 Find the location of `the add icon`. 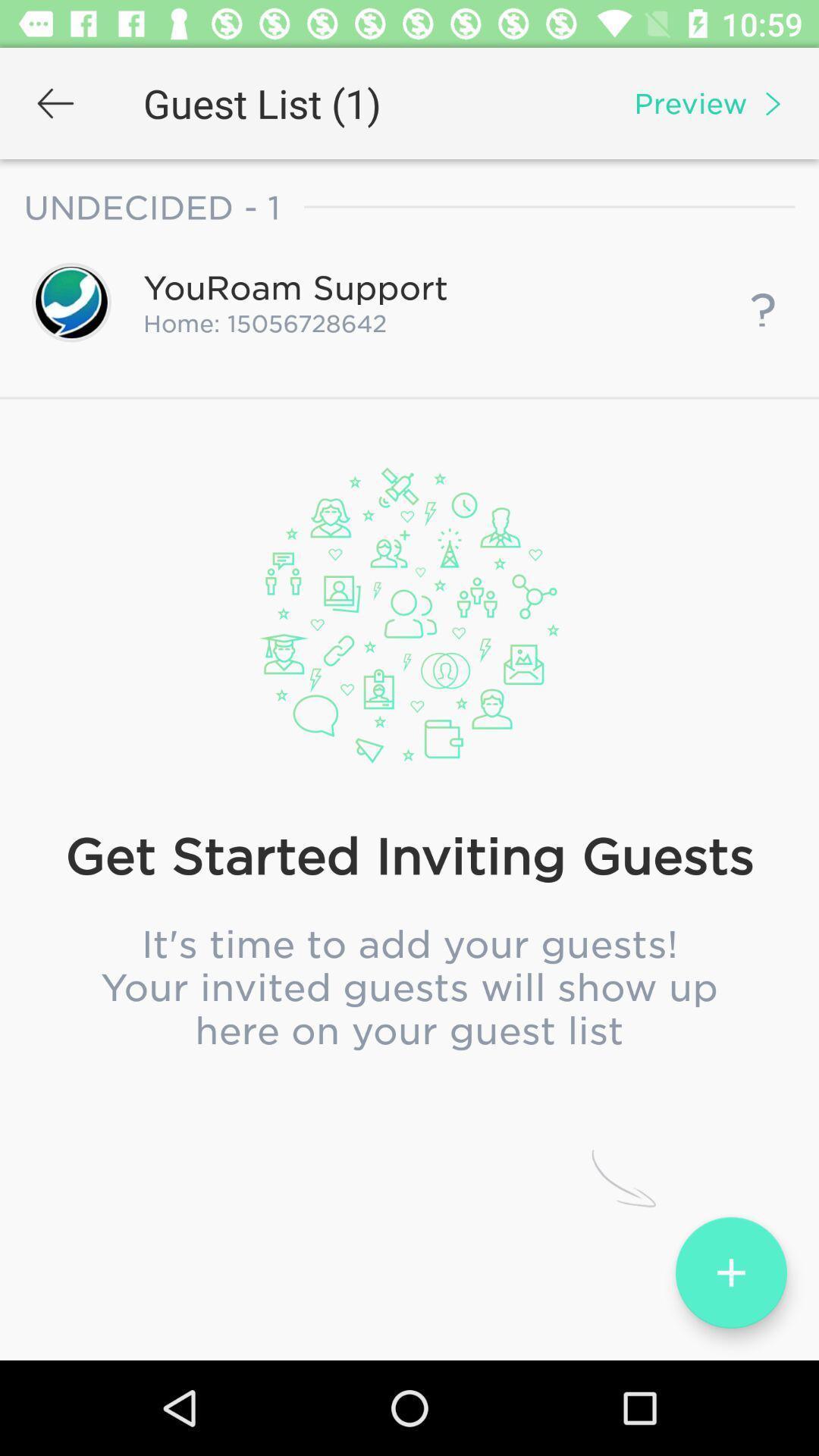

the add icon is located at coordinates (730, 1272).